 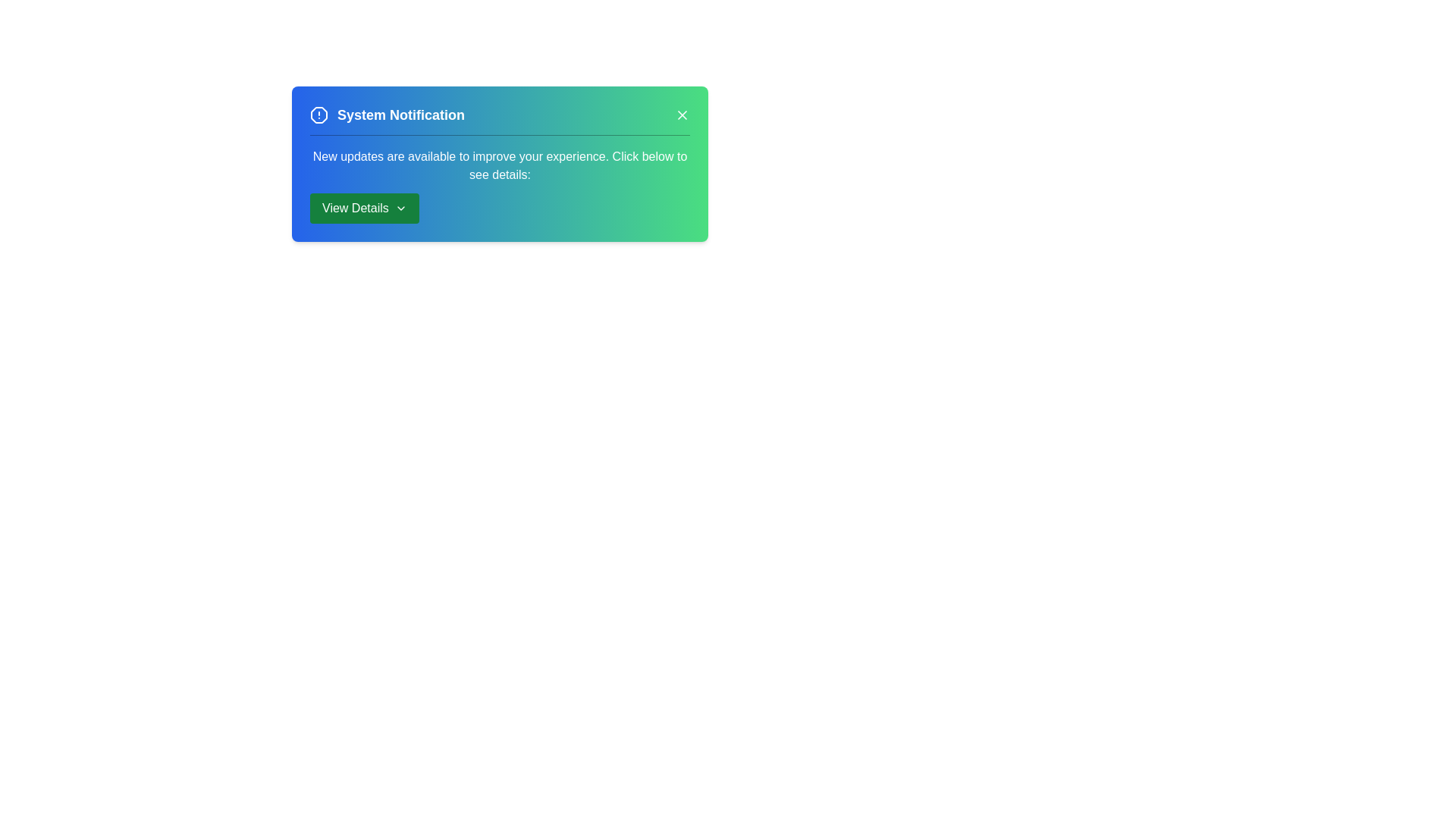 I want to click on 'View Details' button to toggle the visibility of details, so click(x=364, y=208).